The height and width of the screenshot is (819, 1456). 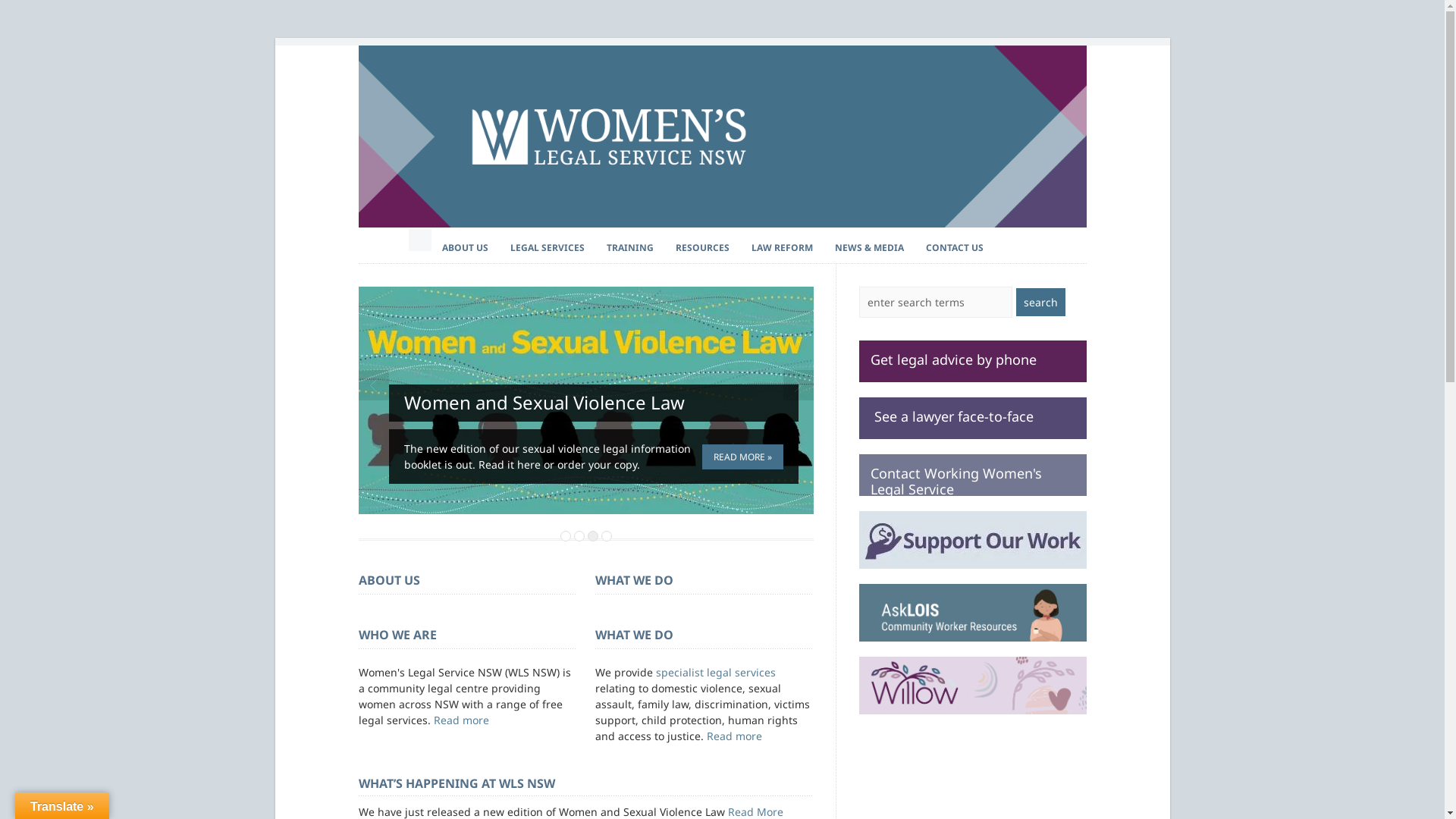 I want to click on 'Read more', so click(x=460, y=719).